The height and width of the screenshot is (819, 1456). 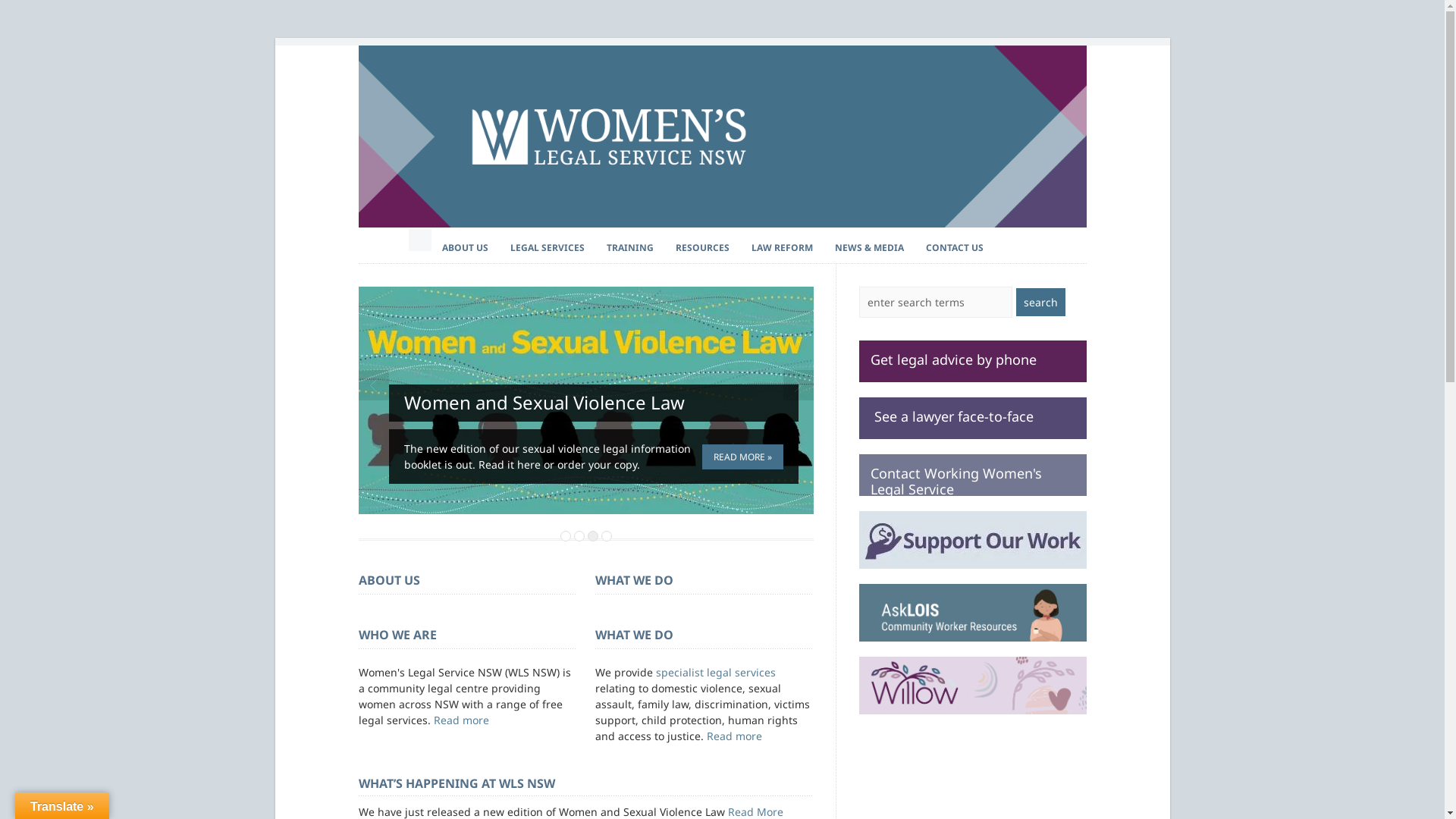 I want to click on 'Read more', so click(x=460, y=719).